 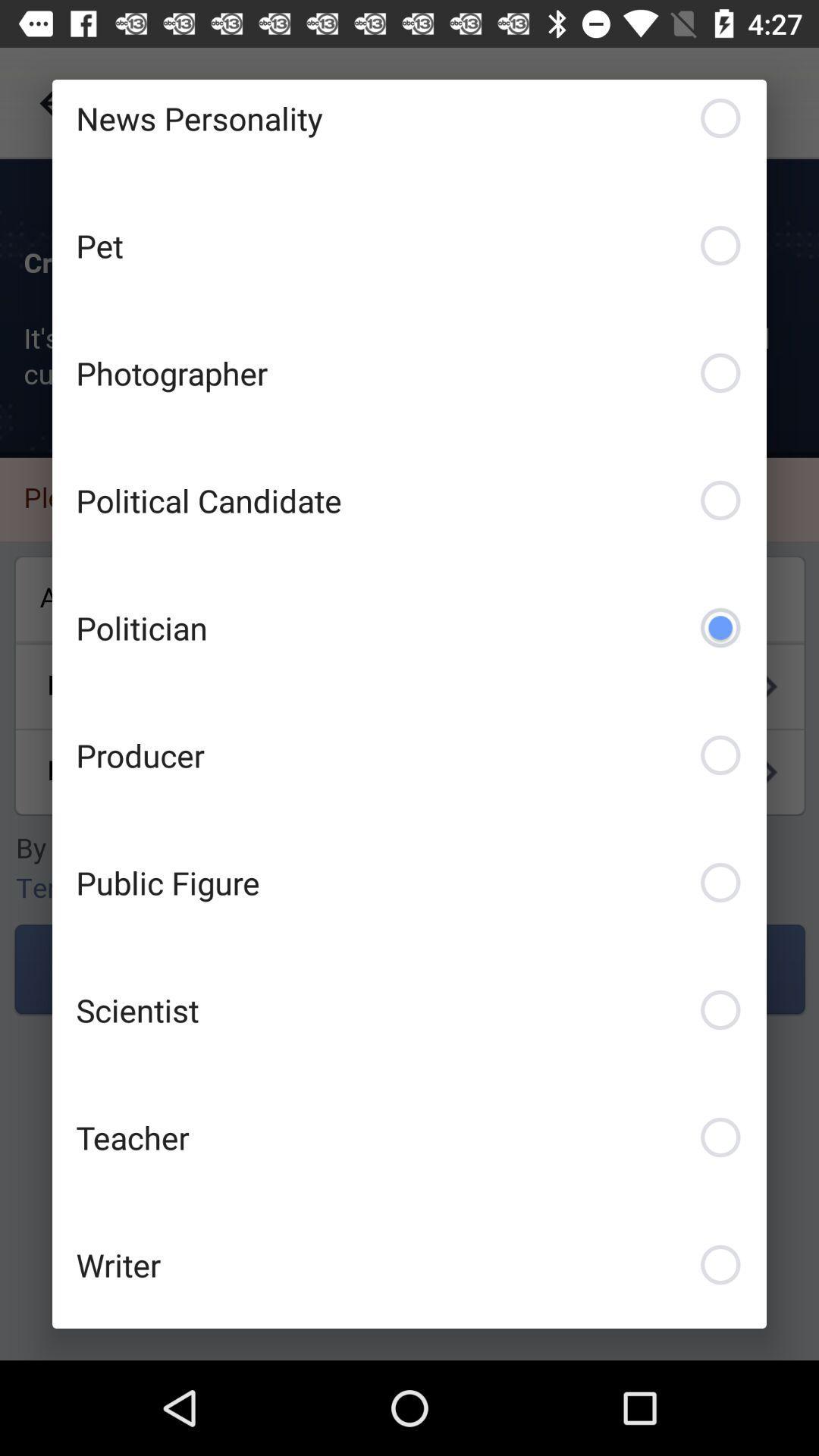 What do you see at coordinates (409, 1137) in the screenshot?
I see `the teacher item` at bounding box center [409, 1137].